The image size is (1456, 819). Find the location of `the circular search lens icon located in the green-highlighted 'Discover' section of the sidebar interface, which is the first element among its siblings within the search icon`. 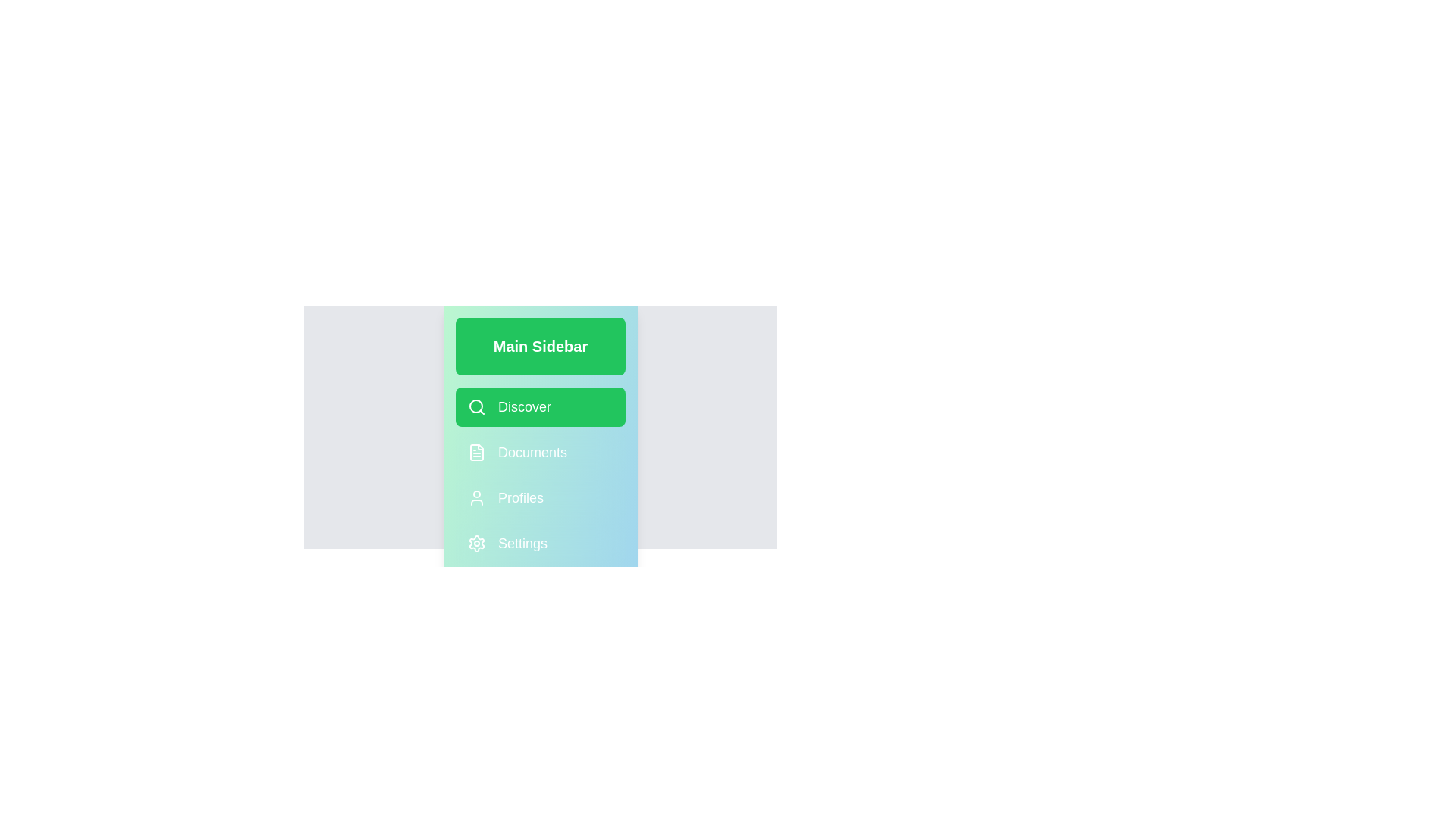

the circular search lens icon located in the green-highlighted 'Discover' section of the sidebar interface, which is the first element among its siblings within the search icon is located at coordinates (475, 406).